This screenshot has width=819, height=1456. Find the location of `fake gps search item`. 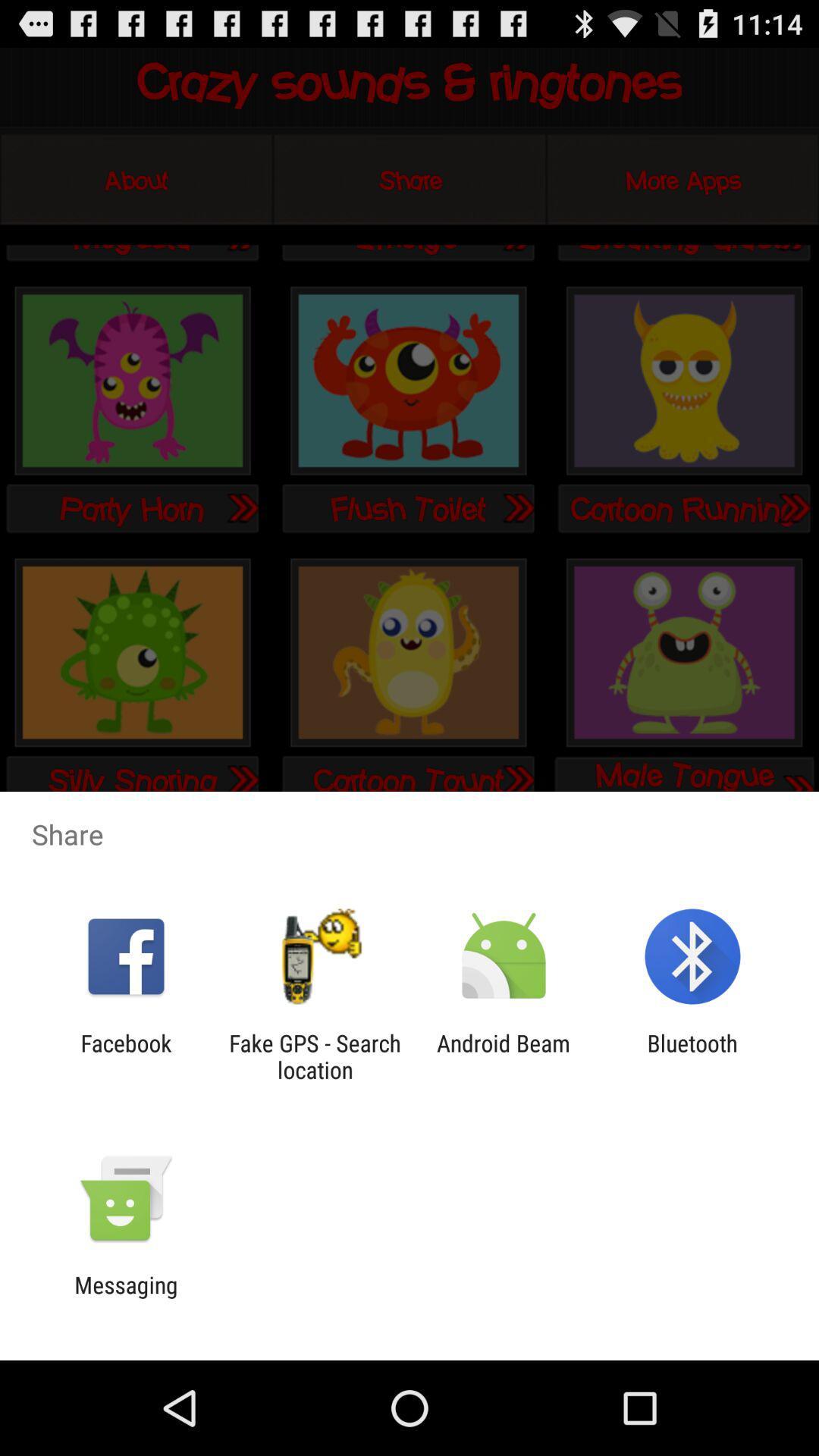

fake gps search item is located at coordinates (314, 1056).